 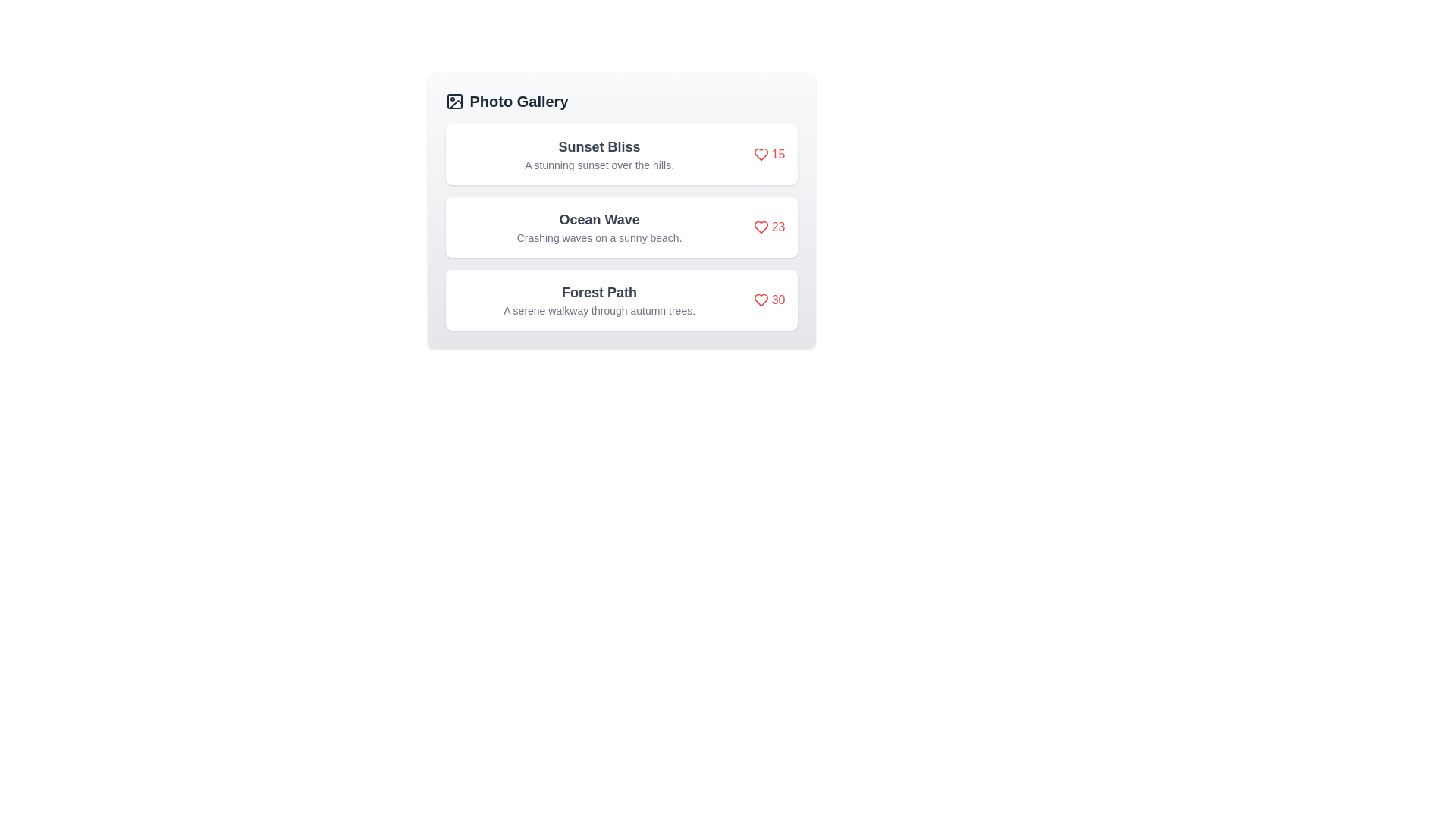 I want to click on the like button for Sunset Bliss, so click(x=769, y=155).